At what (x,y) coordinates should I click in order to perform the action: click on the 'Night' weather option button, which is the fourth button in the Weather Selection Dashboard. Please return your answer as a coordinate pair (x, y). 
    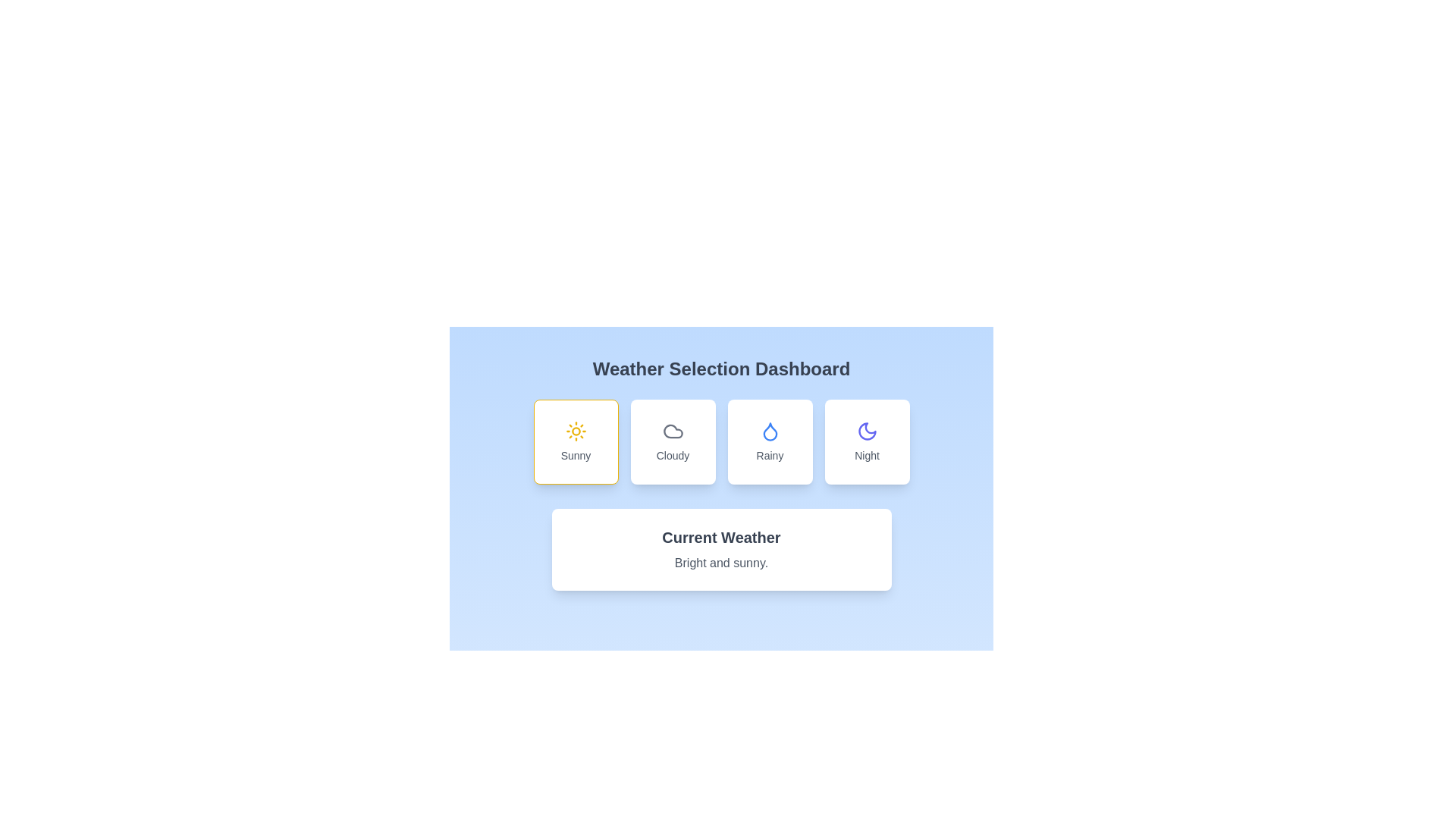
    Looking at the image, I should click on (867, 441).